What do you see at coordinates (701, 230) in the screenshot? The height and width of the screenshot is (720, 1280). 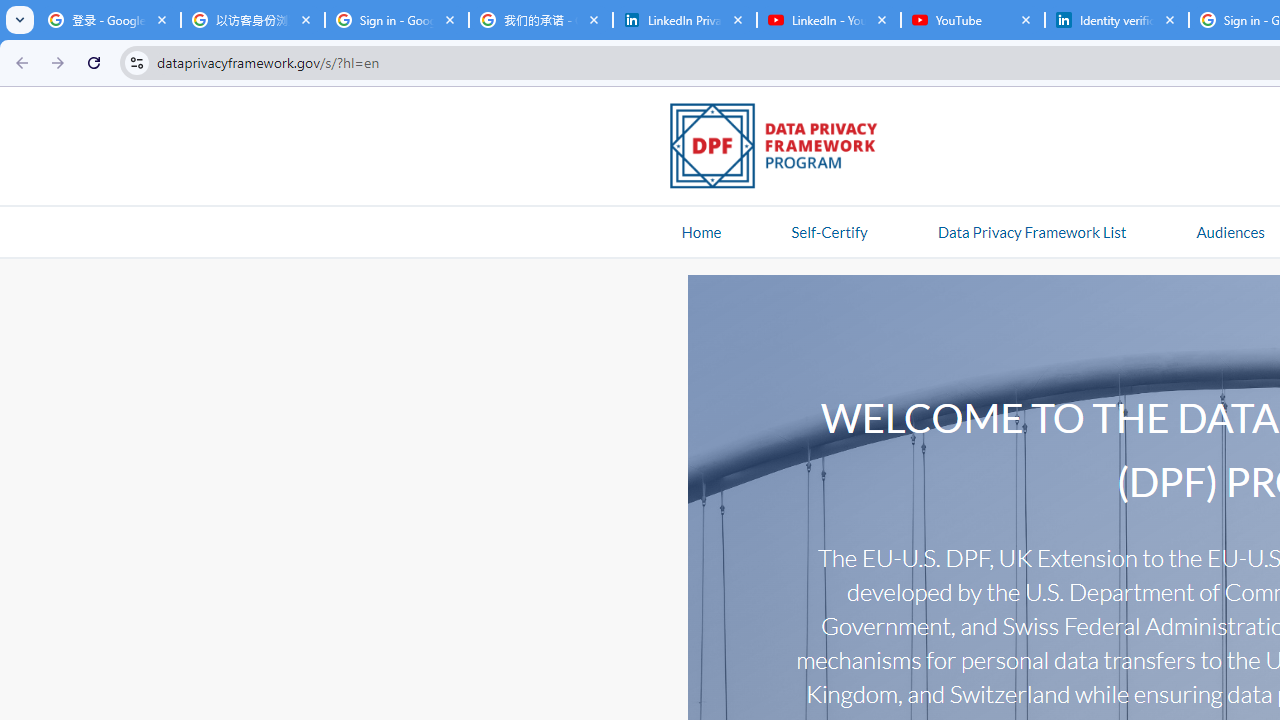 I see `'Home'` at bounding box center [701, 230].